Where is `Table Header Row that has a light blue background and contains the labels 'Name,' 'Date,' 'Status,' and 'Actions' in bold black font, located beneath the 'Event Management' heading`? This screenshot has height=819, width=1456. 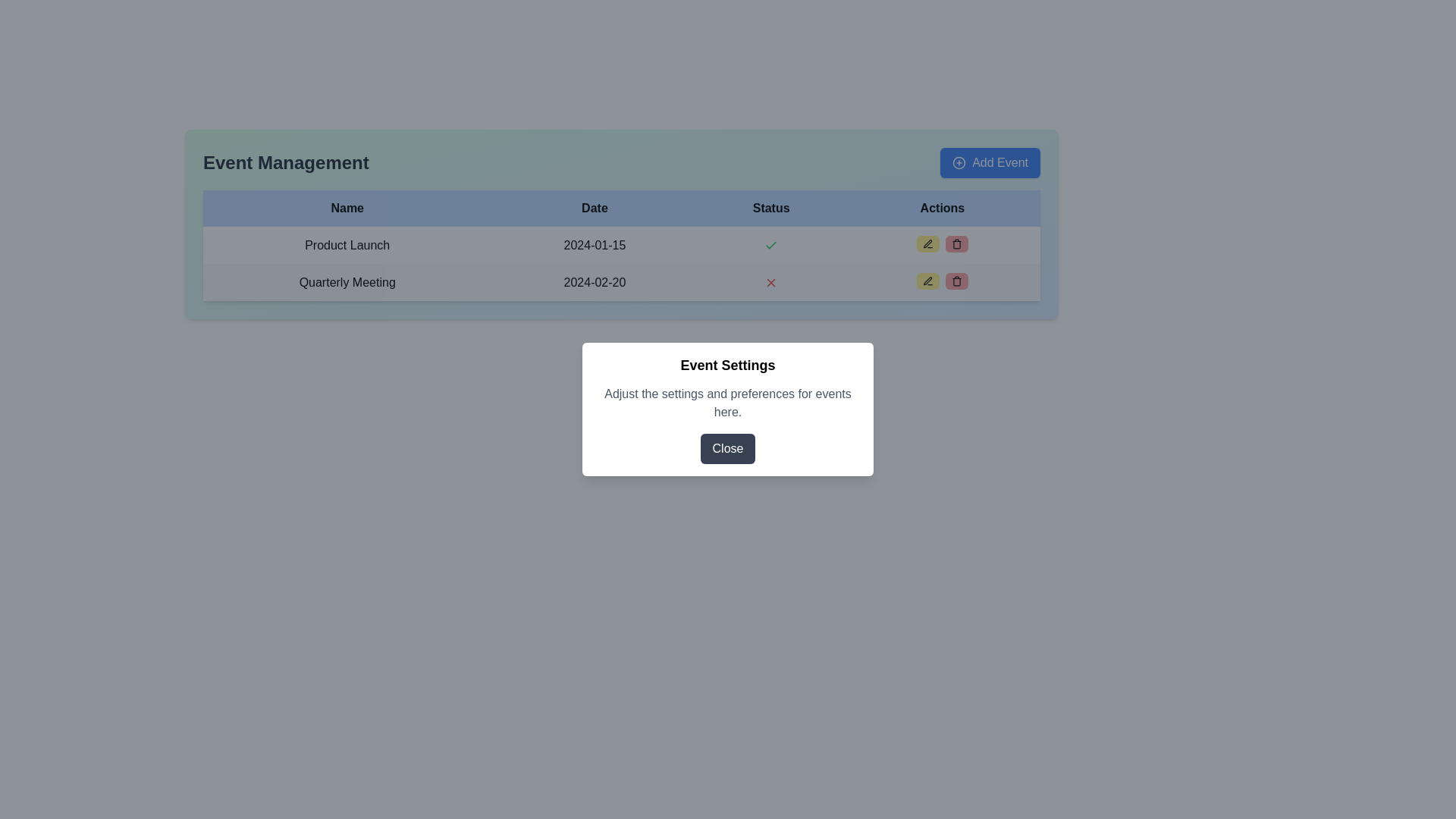 Table Header Row that has a light blue background and contains the labels 'Name,' 'Date,' 'Status,' and 'Actions' in bold black font, located beneath the 'Event Management' heading is located at coordinates (622, 208).